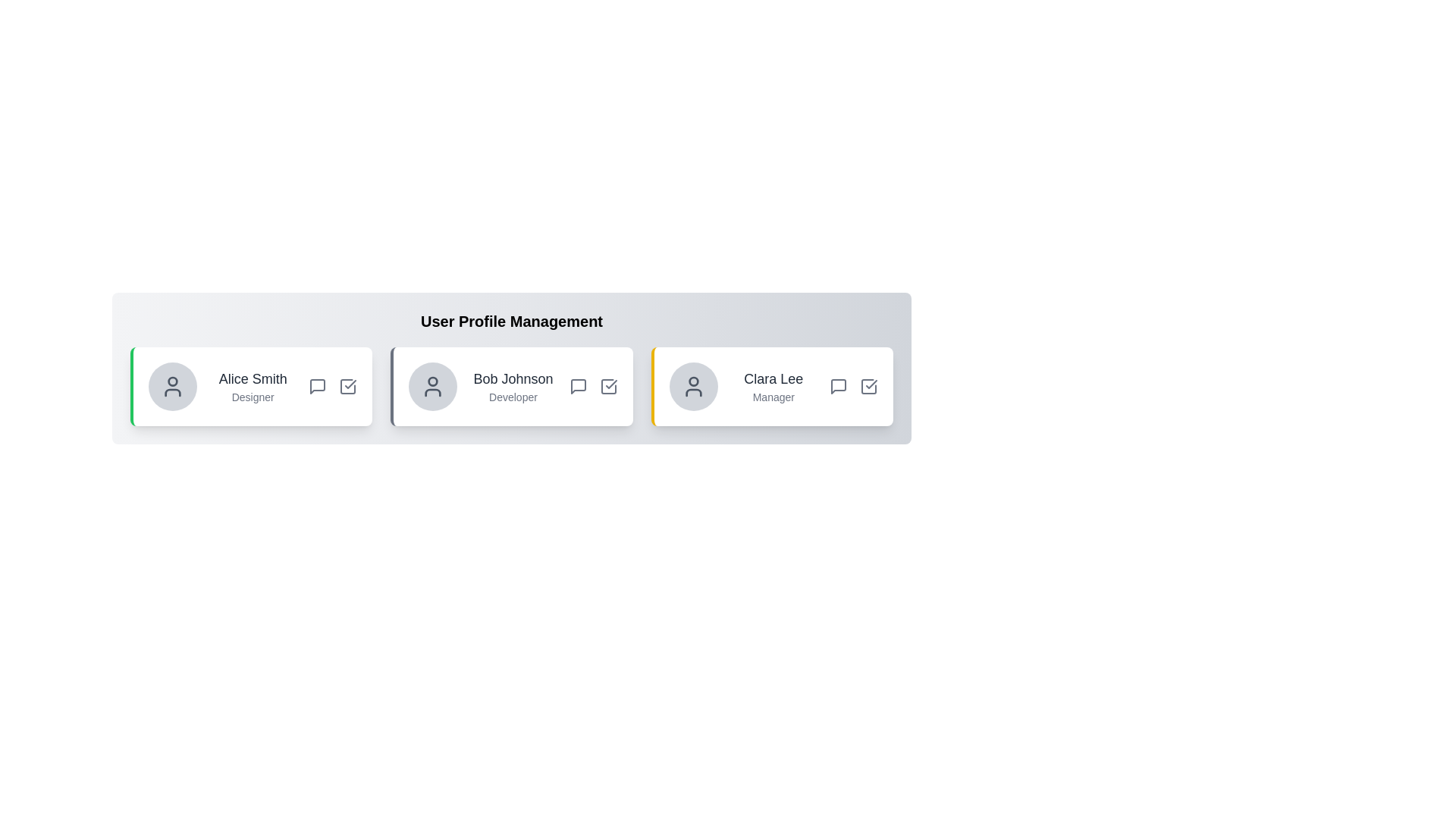  What do you see at coordinates (172, 385) in the screenshot?
I see `the user profile icon featuring a person-like figure inside a circle, located within the leftmost profile card labeled 'Alice Smith'` at bounding box center [172, 385].